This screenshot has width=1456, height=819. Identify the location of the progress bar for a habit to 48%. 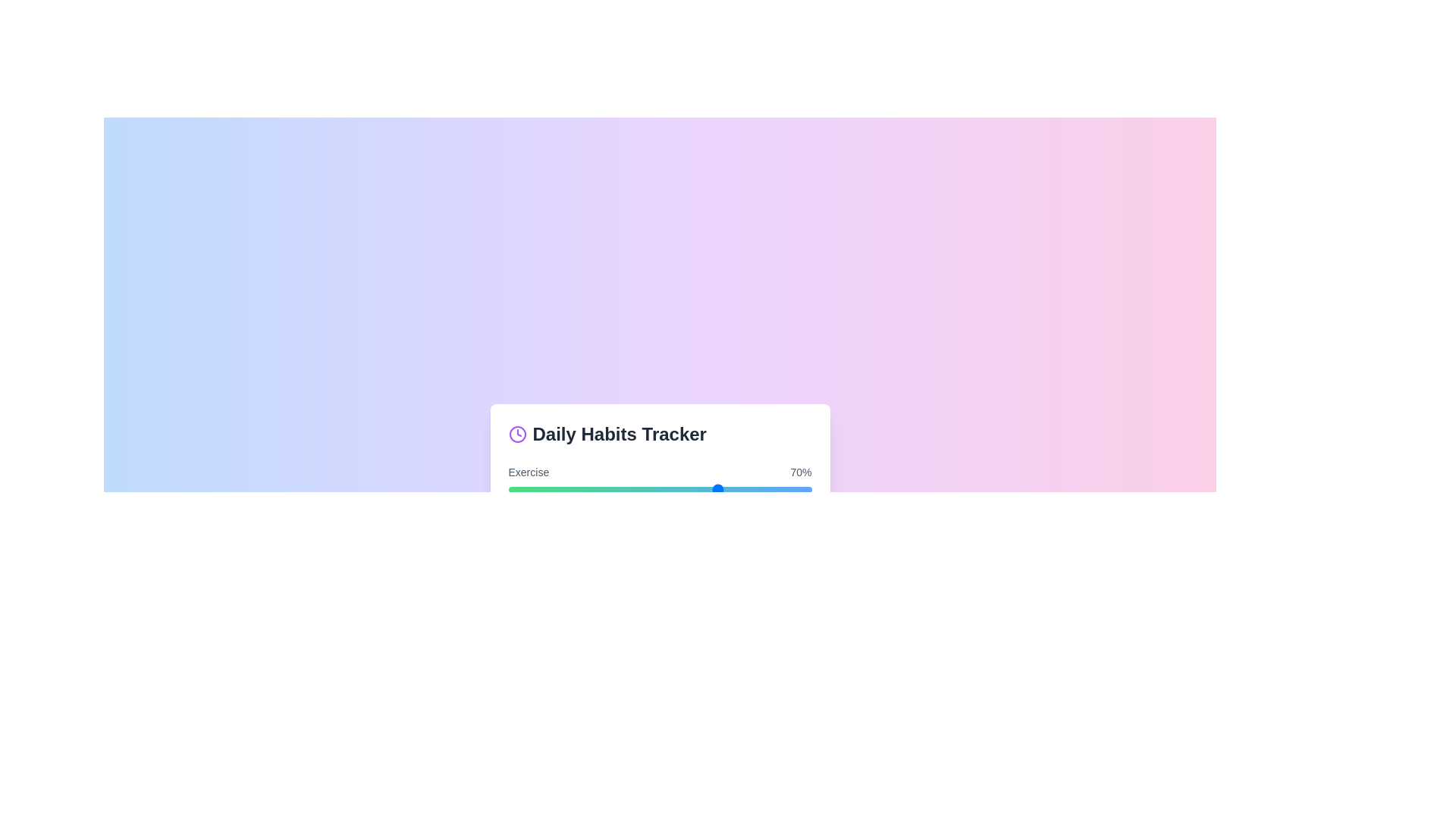
(654, 489).